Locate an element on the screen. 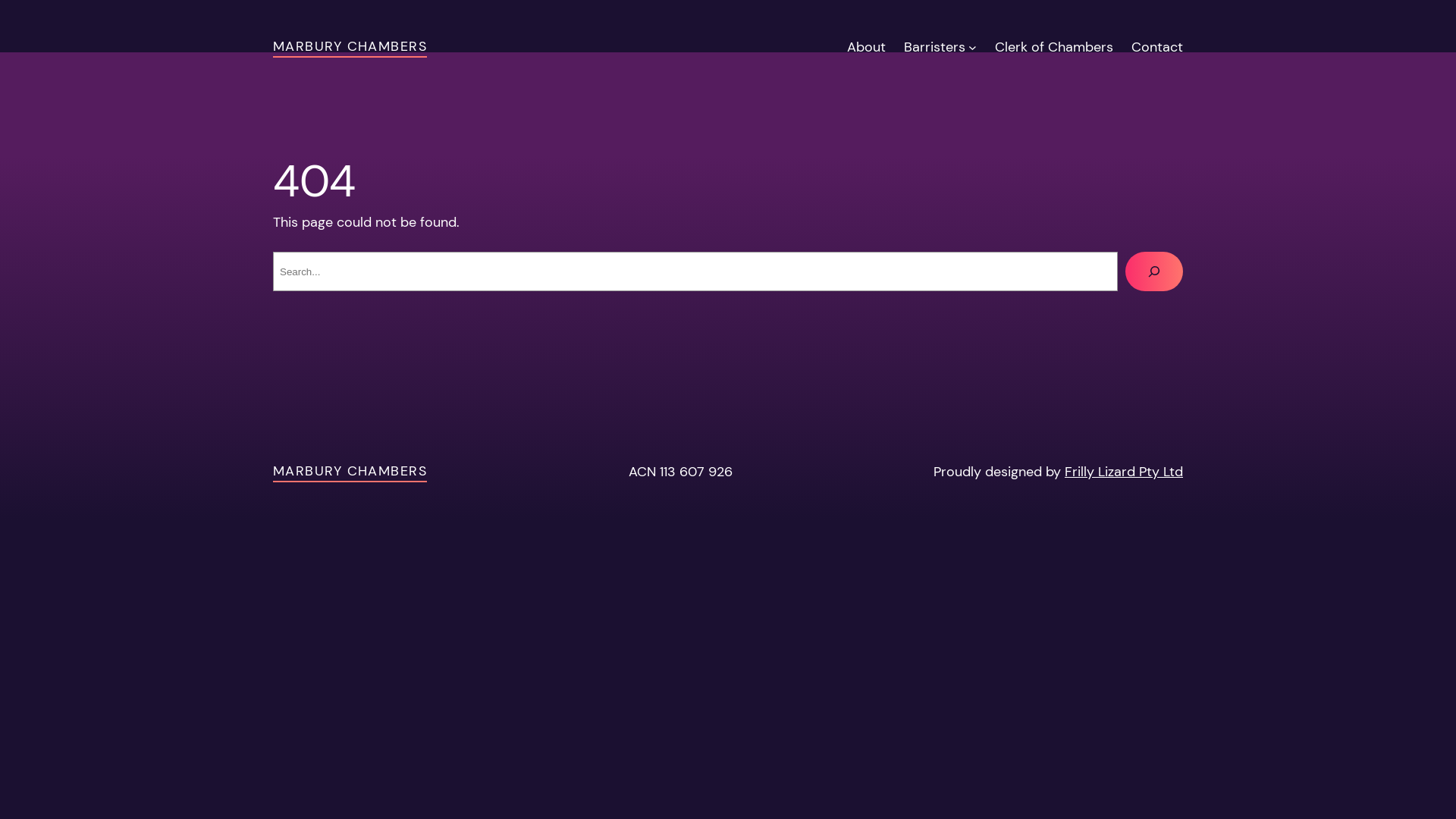 The width and height of the screenshot is (1456, 819). 'About' is located at coordinates (866, 46).